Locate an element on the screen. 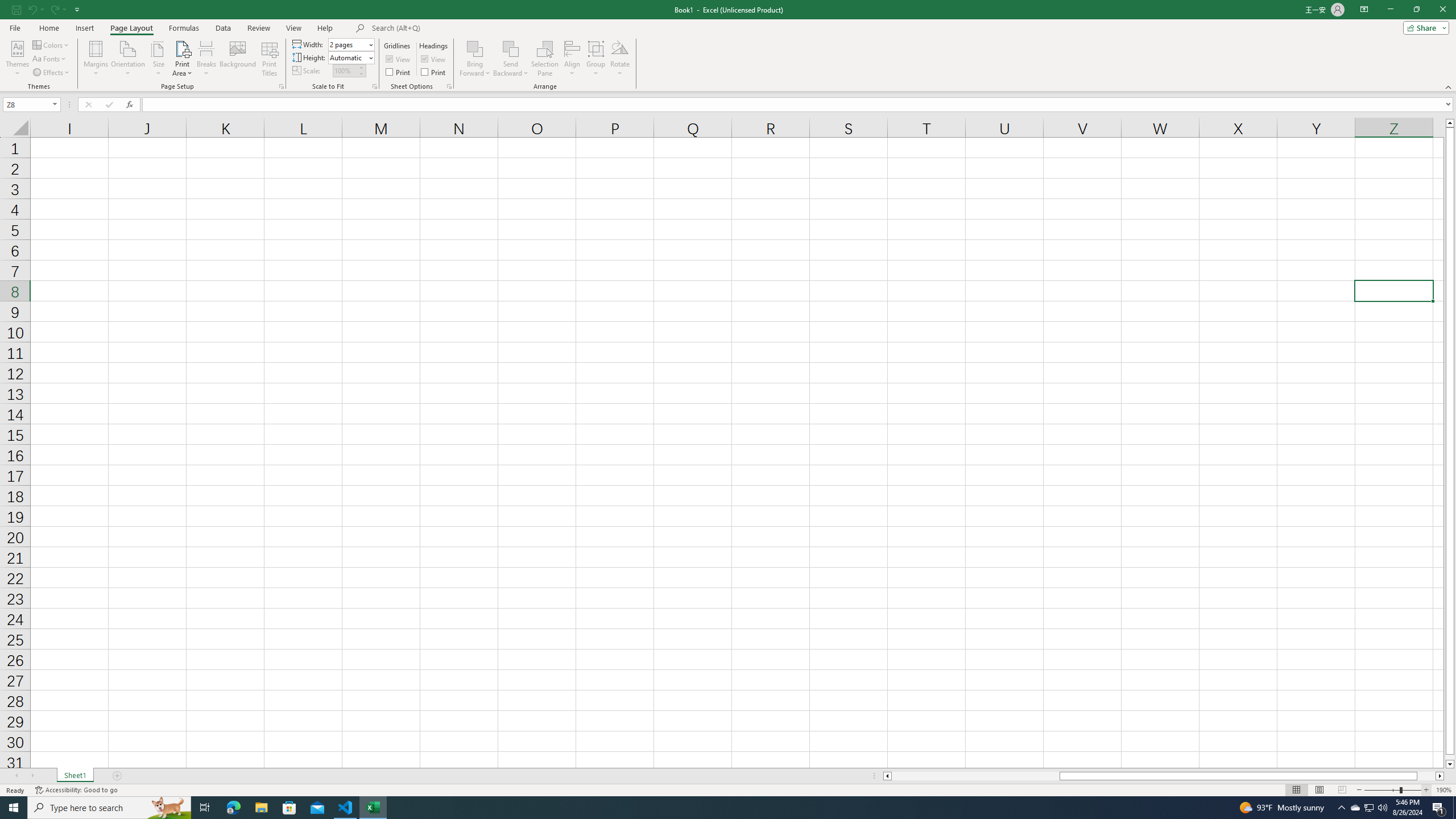 The image size is (1456, 819). 'Save' is located at coordinates (16, 9).